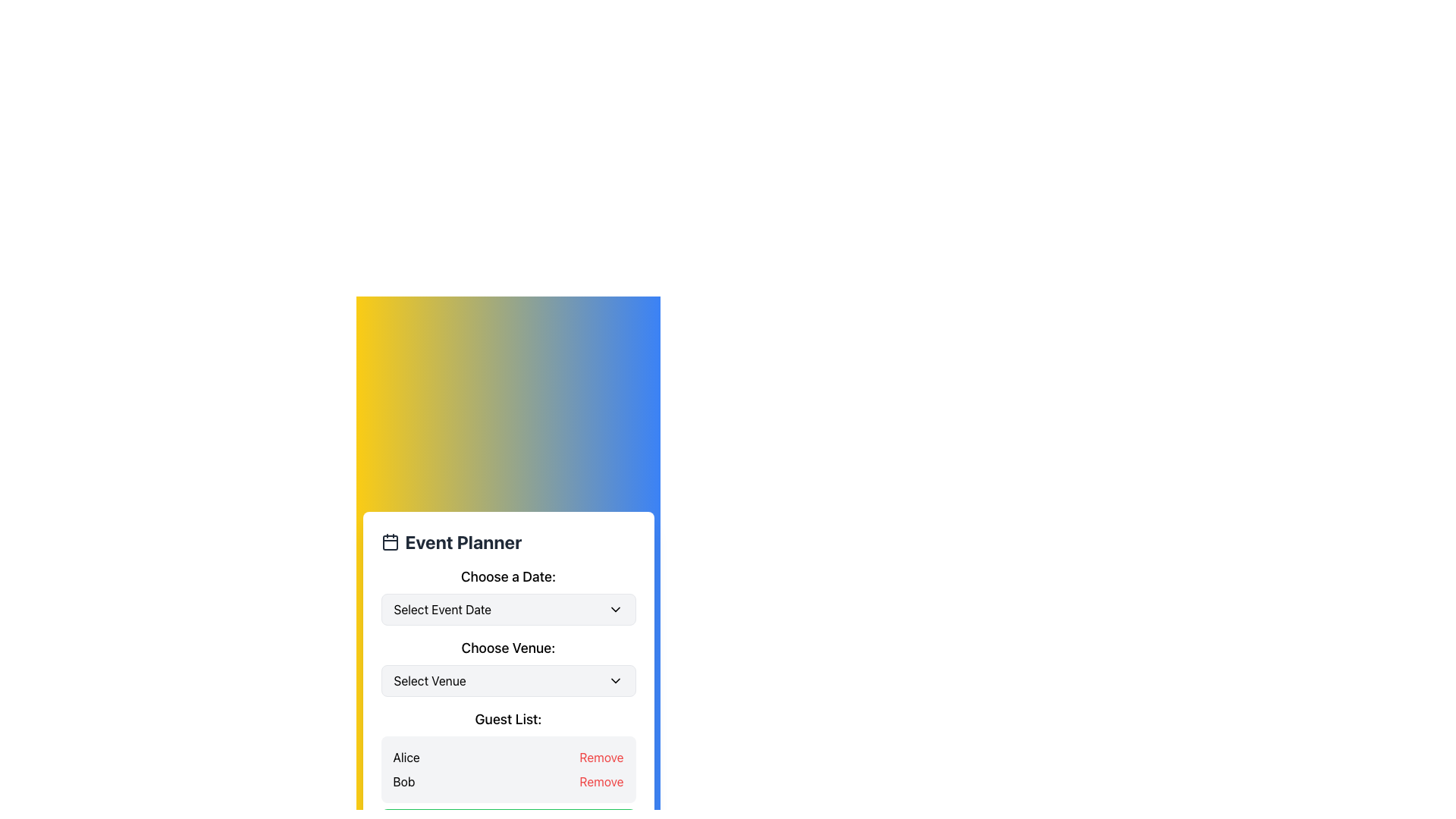 The width and height of the screenshot is (1456, 819). What do you see at coordinates (508, 608) in the screenshot?
I see `the dropdown menu button labeled 'Select Event Date'` at bounding box center [508, 608].